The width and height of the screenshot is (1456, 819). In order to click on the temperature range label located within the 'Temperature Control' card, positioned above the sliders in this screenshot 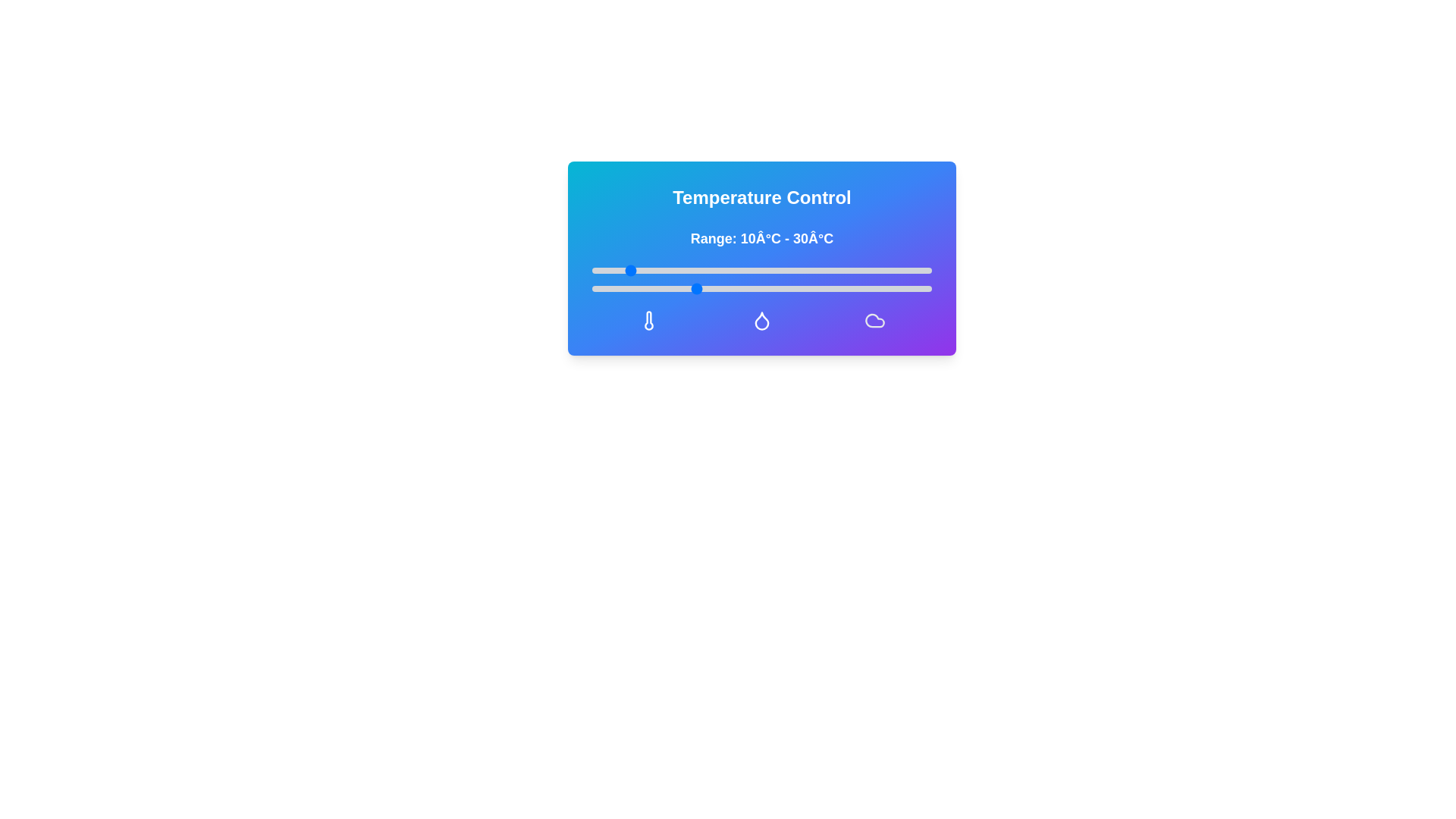, I will do `click(761, 259)`.